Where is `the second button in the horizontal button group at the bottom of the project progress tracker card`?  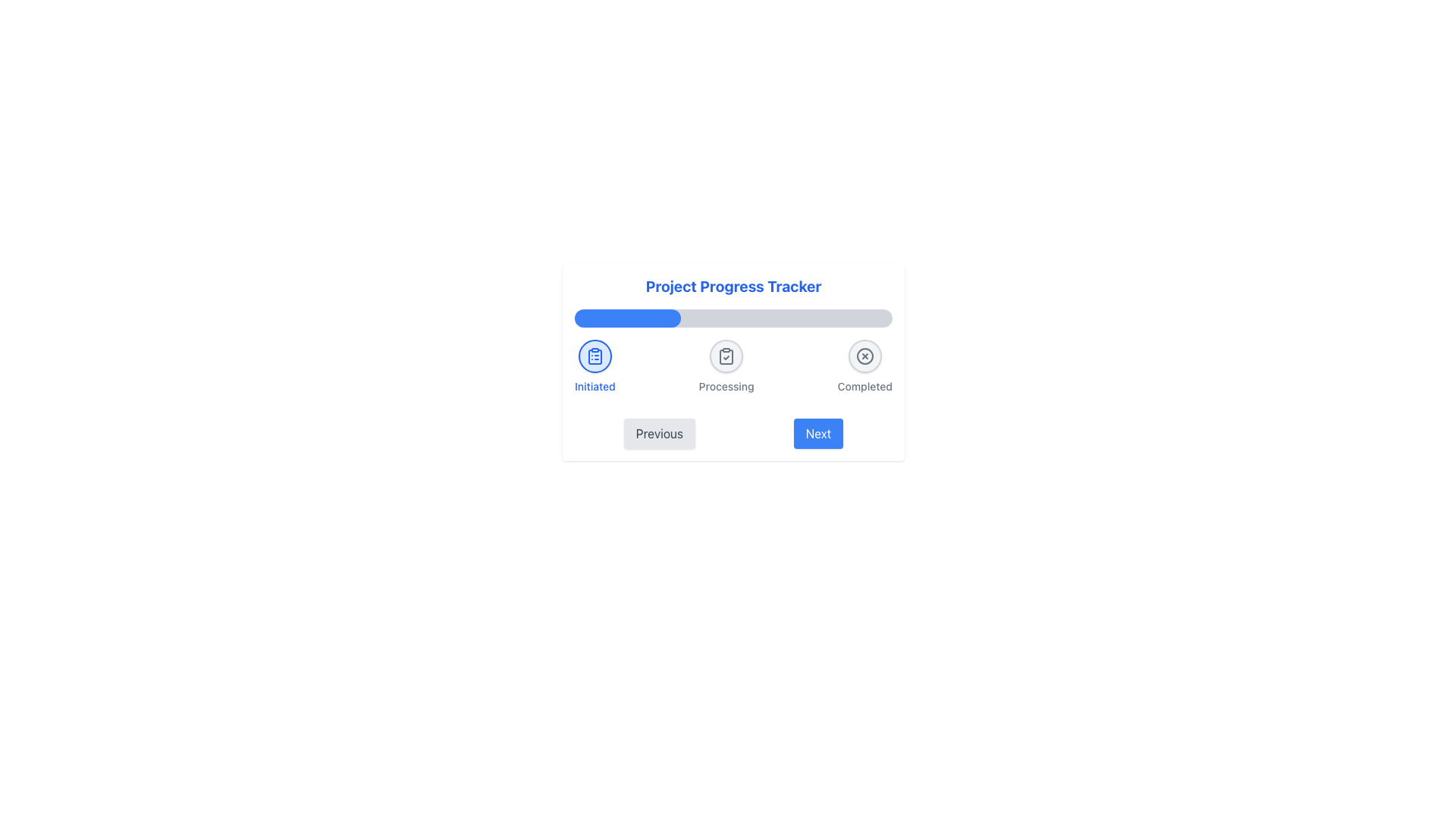 the second button in the horizontal button group at the bottom of the project progress tracker card is located at coordinates (817, 433).